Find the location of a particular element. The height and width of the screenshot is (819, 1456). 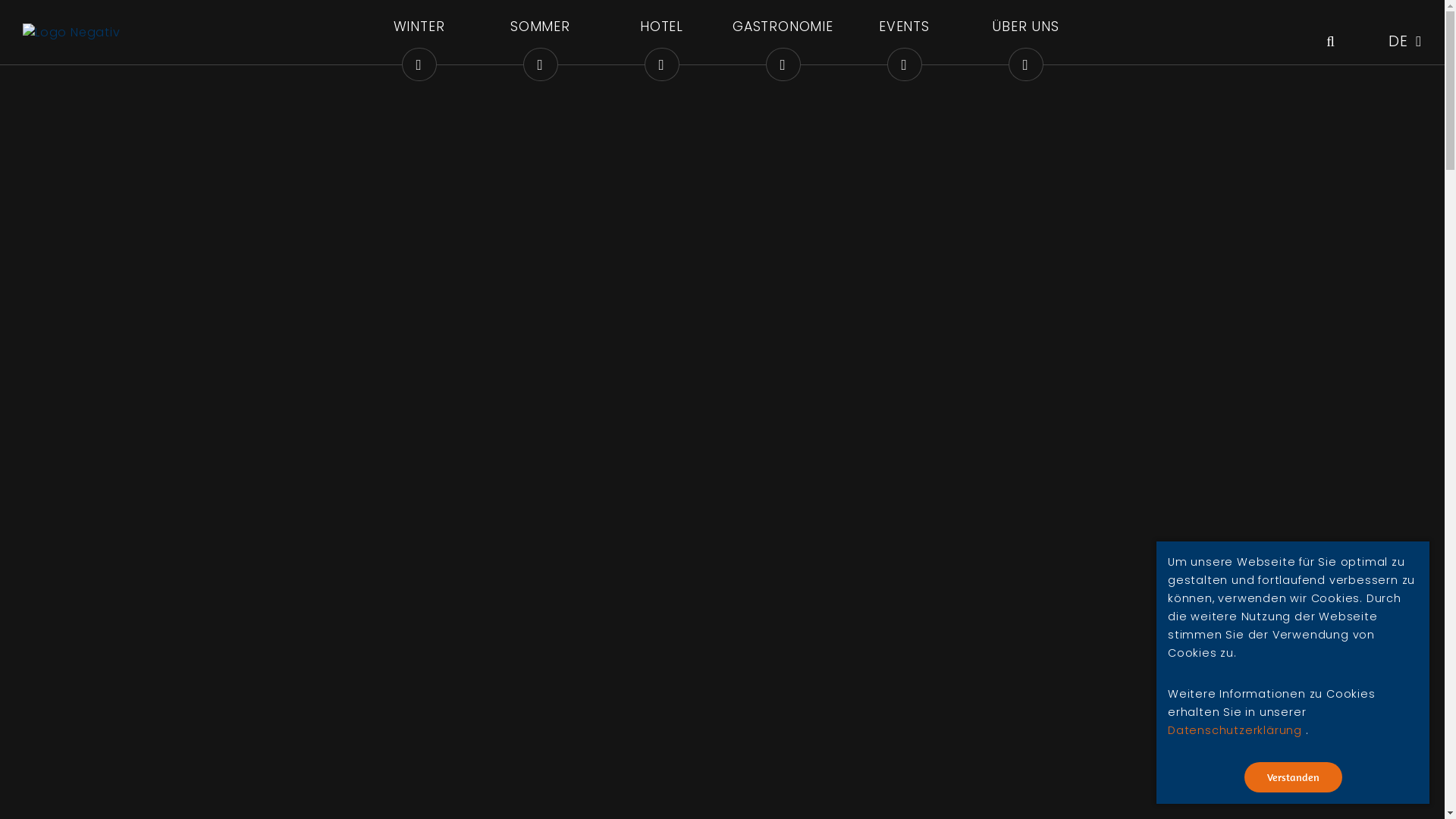

'HOTEL' is located at coordinates (661, 34).